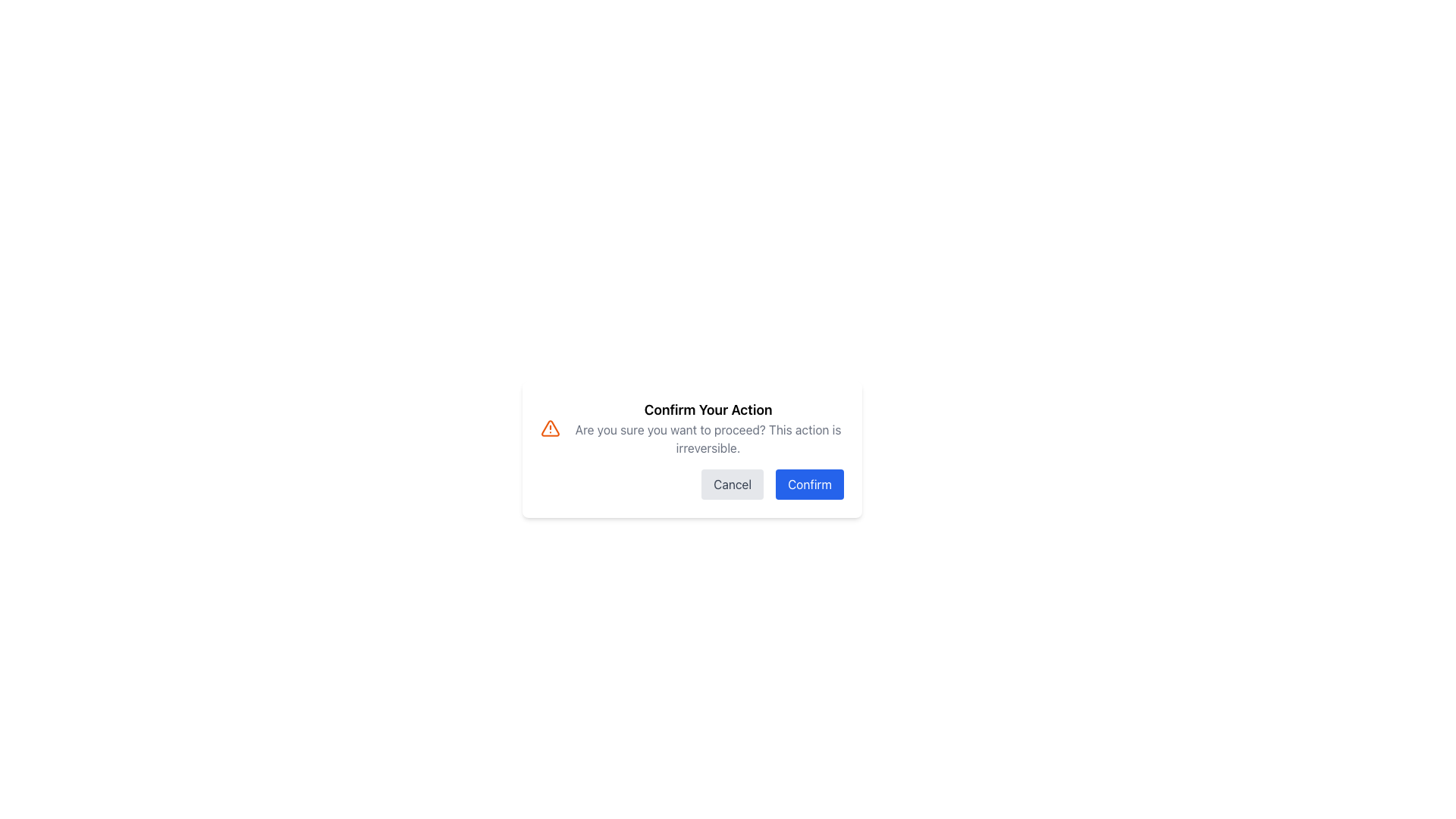 The image size is (1456, 819). Describe the element at coordinates (549, 428) in the screenshot. I see `the warning or alert icon in the dialog box that prompts the user to confirm a potentially irreversible action` at that location.